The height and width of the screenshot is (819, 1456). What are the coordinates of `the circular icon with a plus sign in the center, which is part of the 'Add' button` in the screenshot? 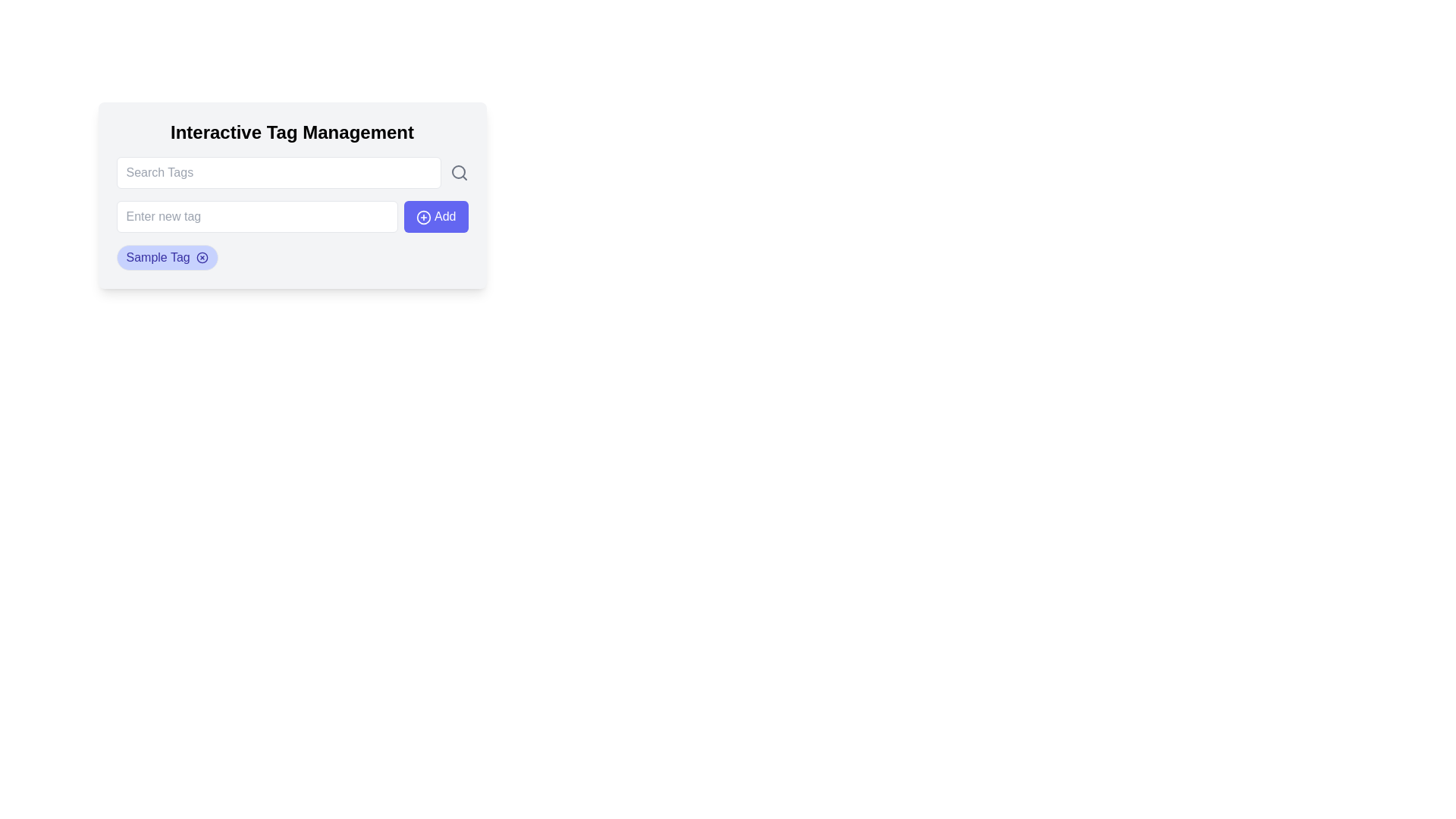 It's located at (424, 217).